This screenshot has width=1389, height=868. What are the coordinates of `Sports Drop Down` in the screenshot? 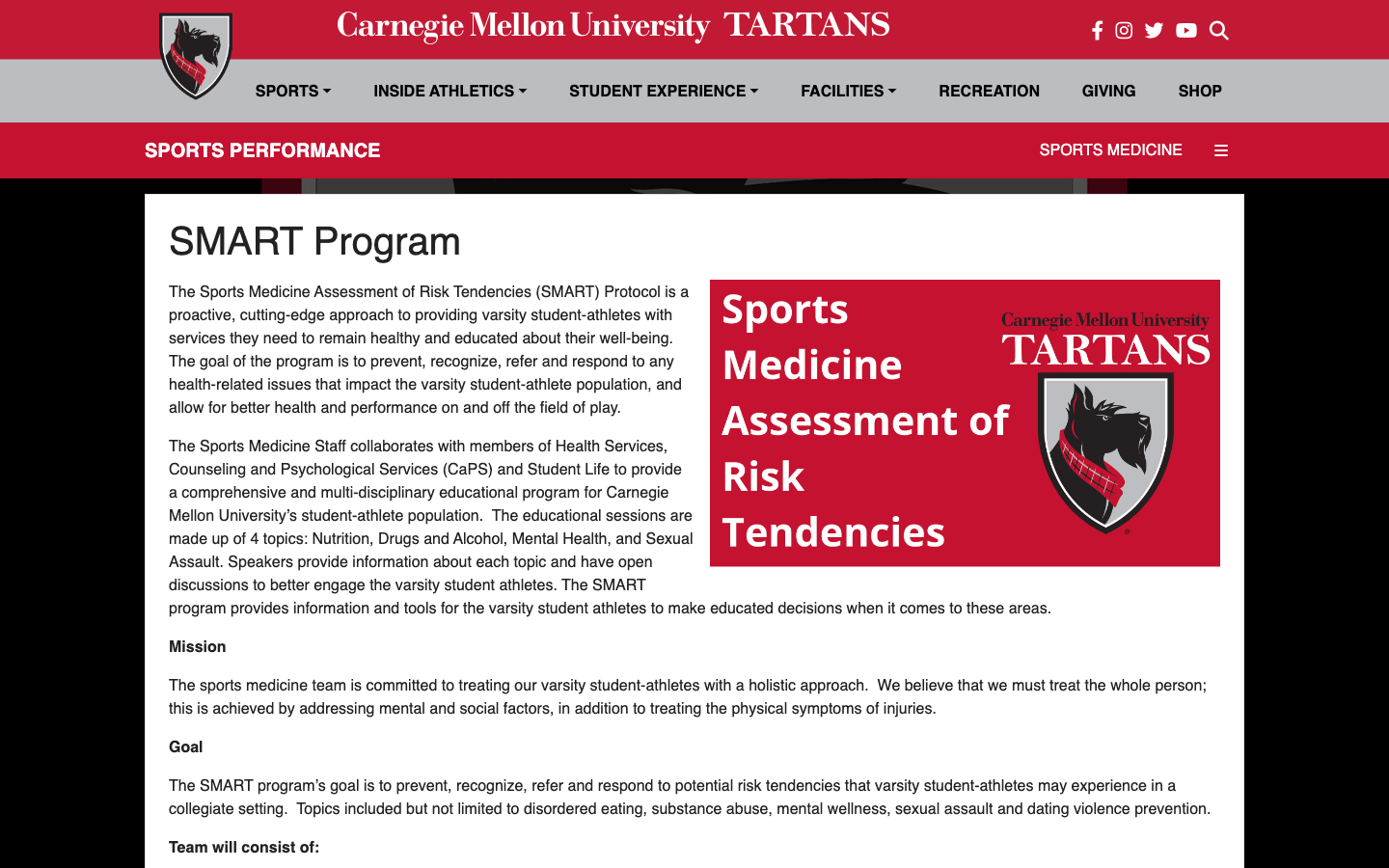 It's located at (293, 90).